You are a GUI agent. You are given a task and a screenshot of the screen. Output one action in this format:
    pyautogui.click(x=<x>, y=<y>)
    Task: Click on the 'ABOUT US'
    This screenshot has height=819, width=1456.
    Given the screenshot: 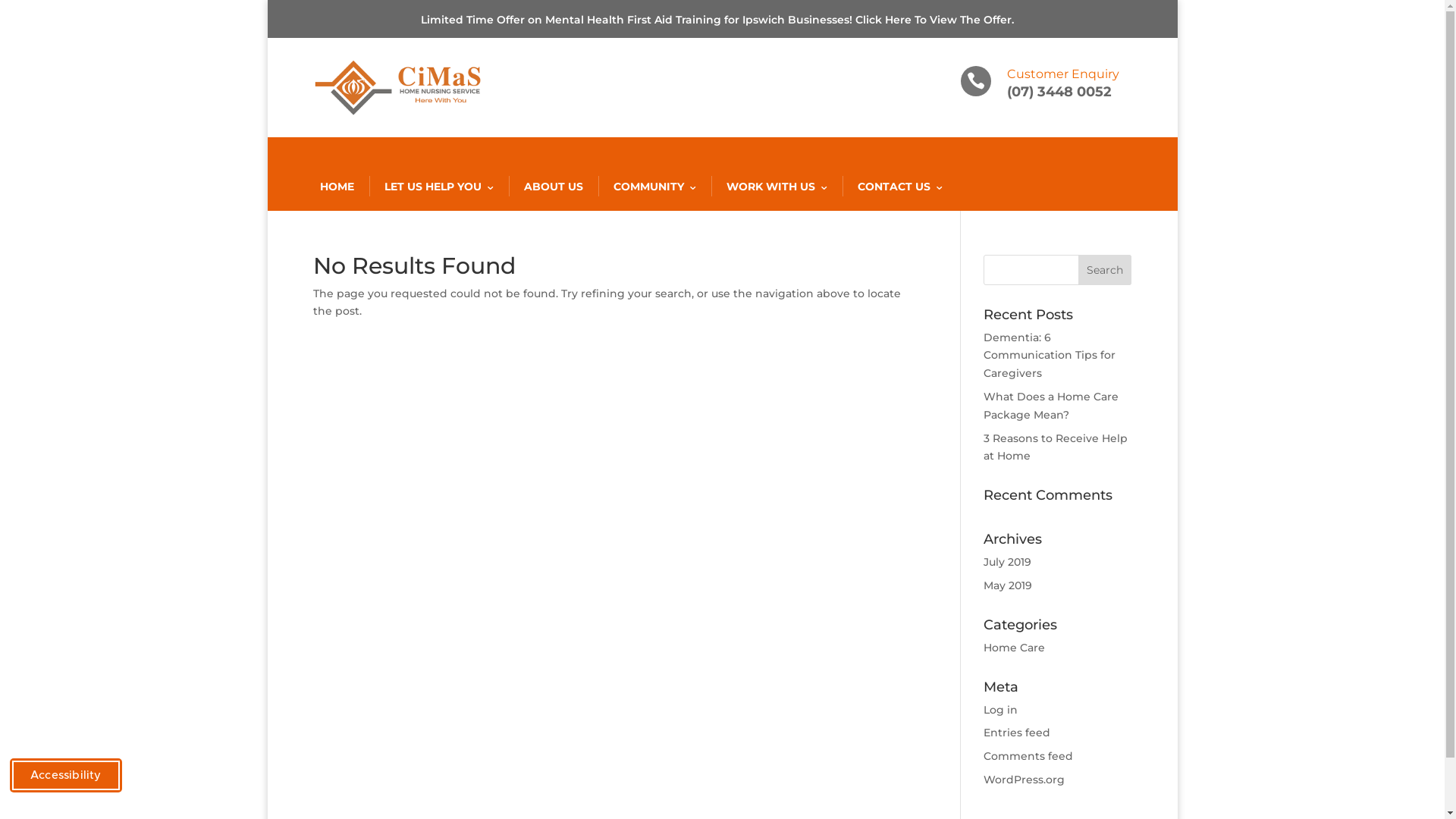 What is the action you would take?
    pyautogui.click(x=552, y=186)
    